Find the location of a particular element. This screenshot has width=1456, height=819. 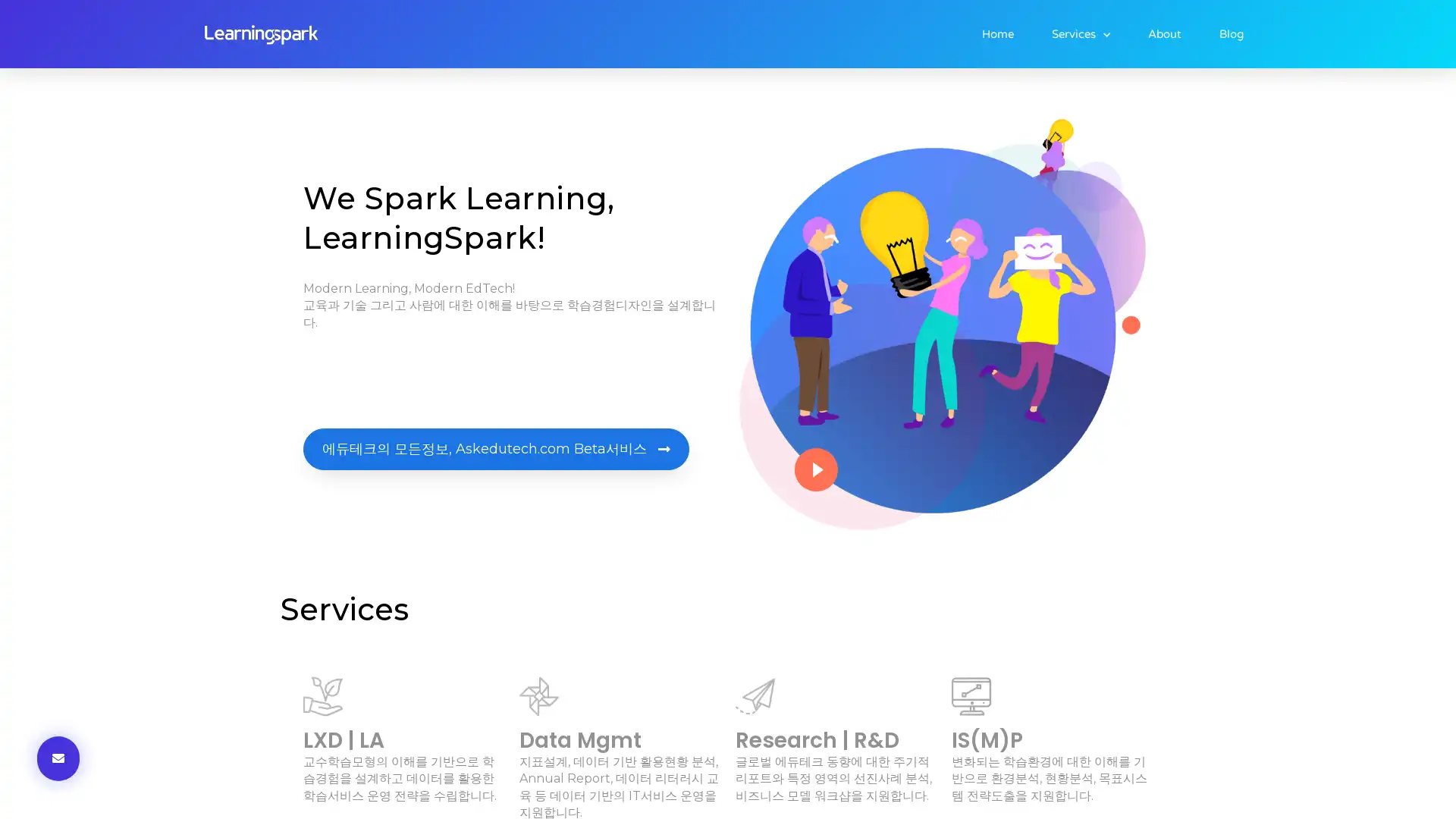

, Askedutech.com Beta is located at coordinates (496, 448).